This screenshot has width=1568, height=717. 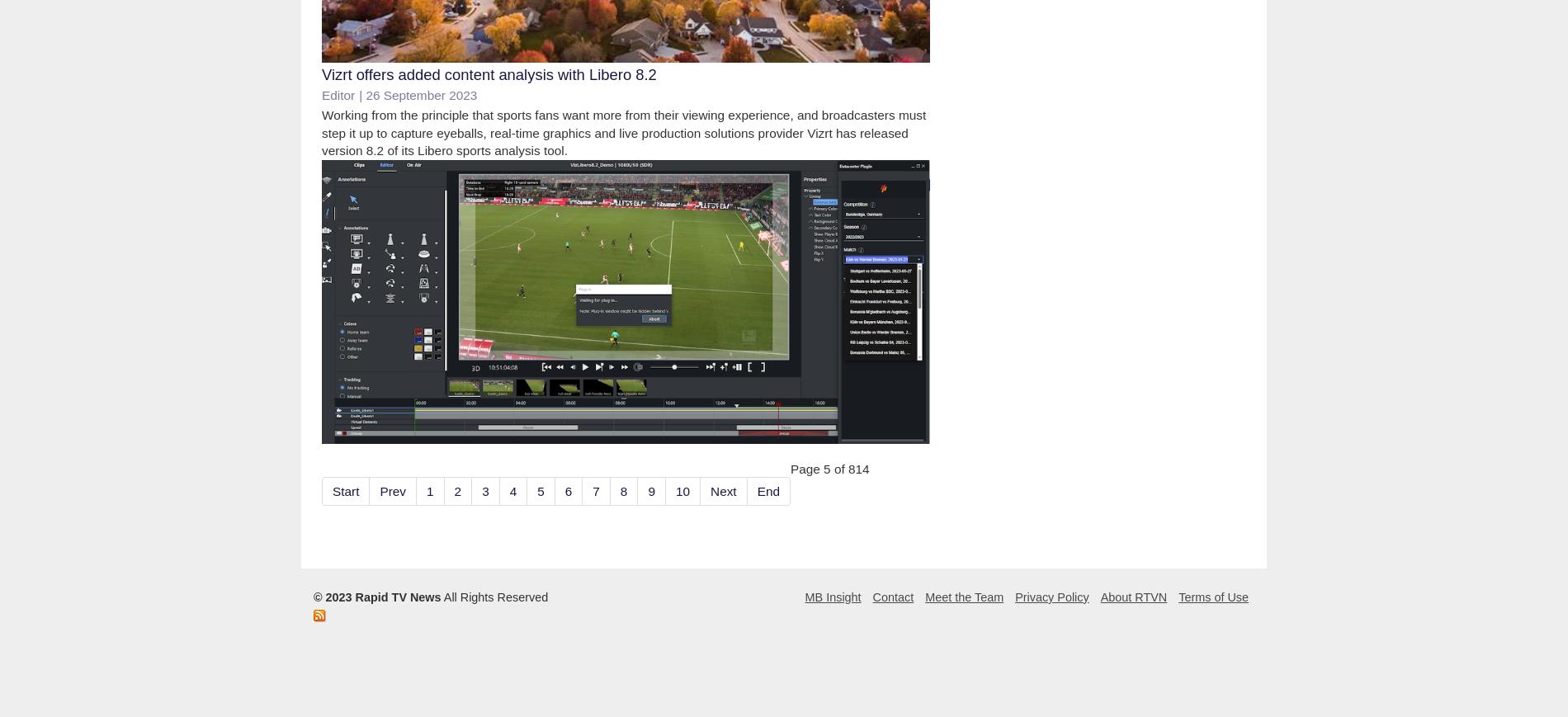 I want to click on 'Vizrt offers added content analysis with Libero 8.2', so click(x=489, y=73).